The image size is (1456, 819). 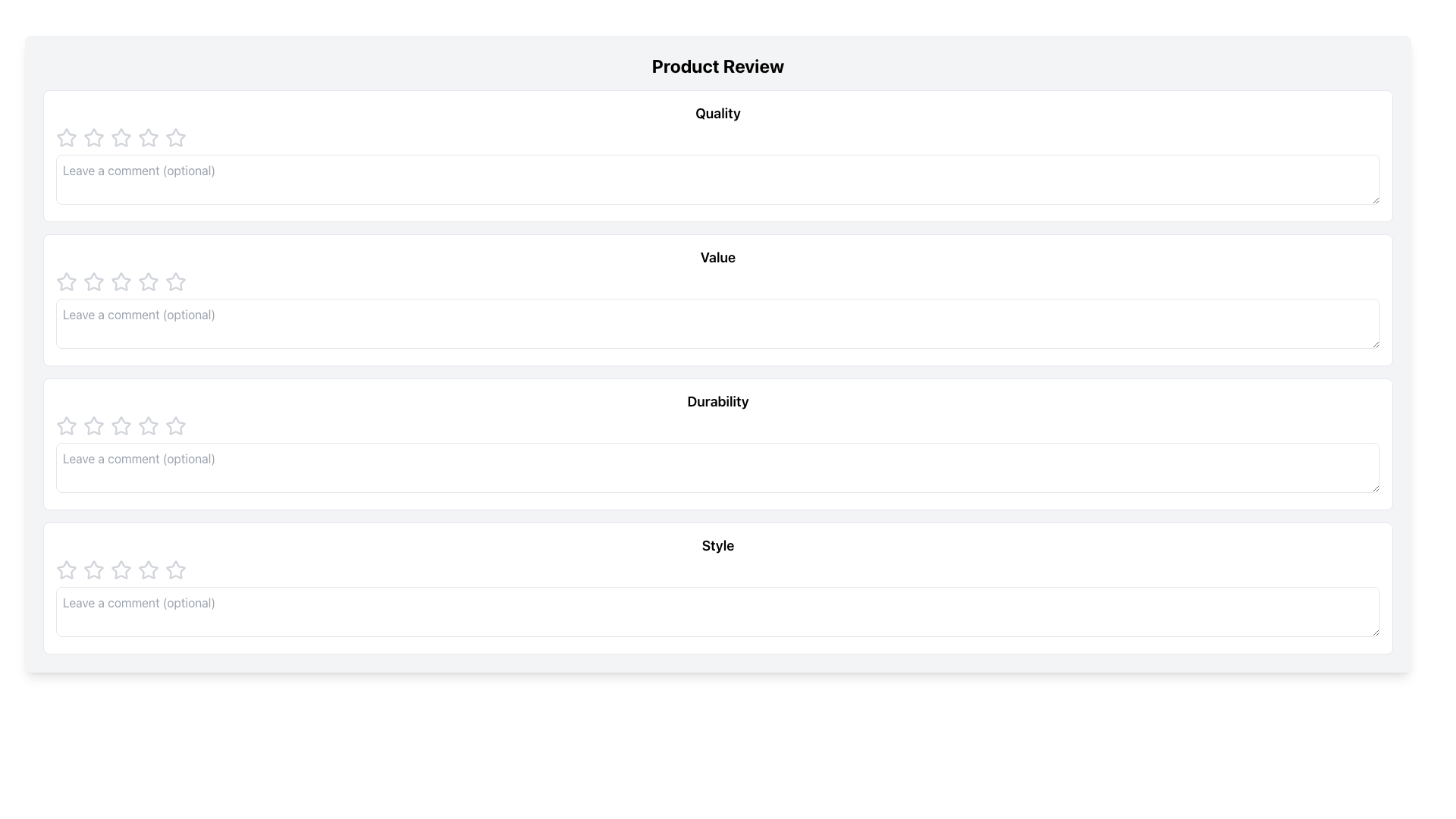 I want to click on the first star icon in the rating mechanism to indicate a rating for the 'Value' parameter, so click(x=64, y=281).